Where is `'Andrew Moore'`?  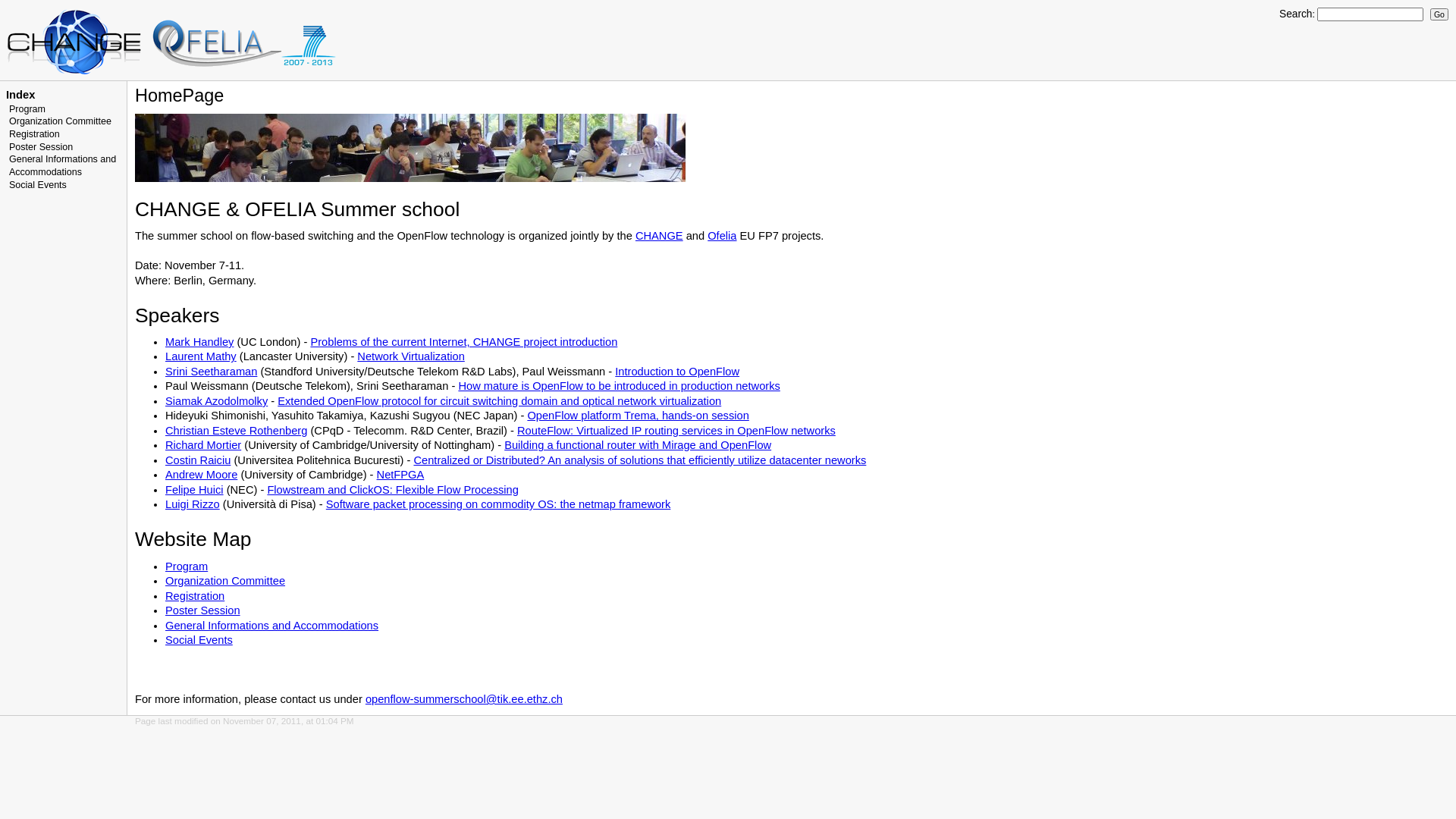
'Andrew Moore' is located at coordinates (200, 473).